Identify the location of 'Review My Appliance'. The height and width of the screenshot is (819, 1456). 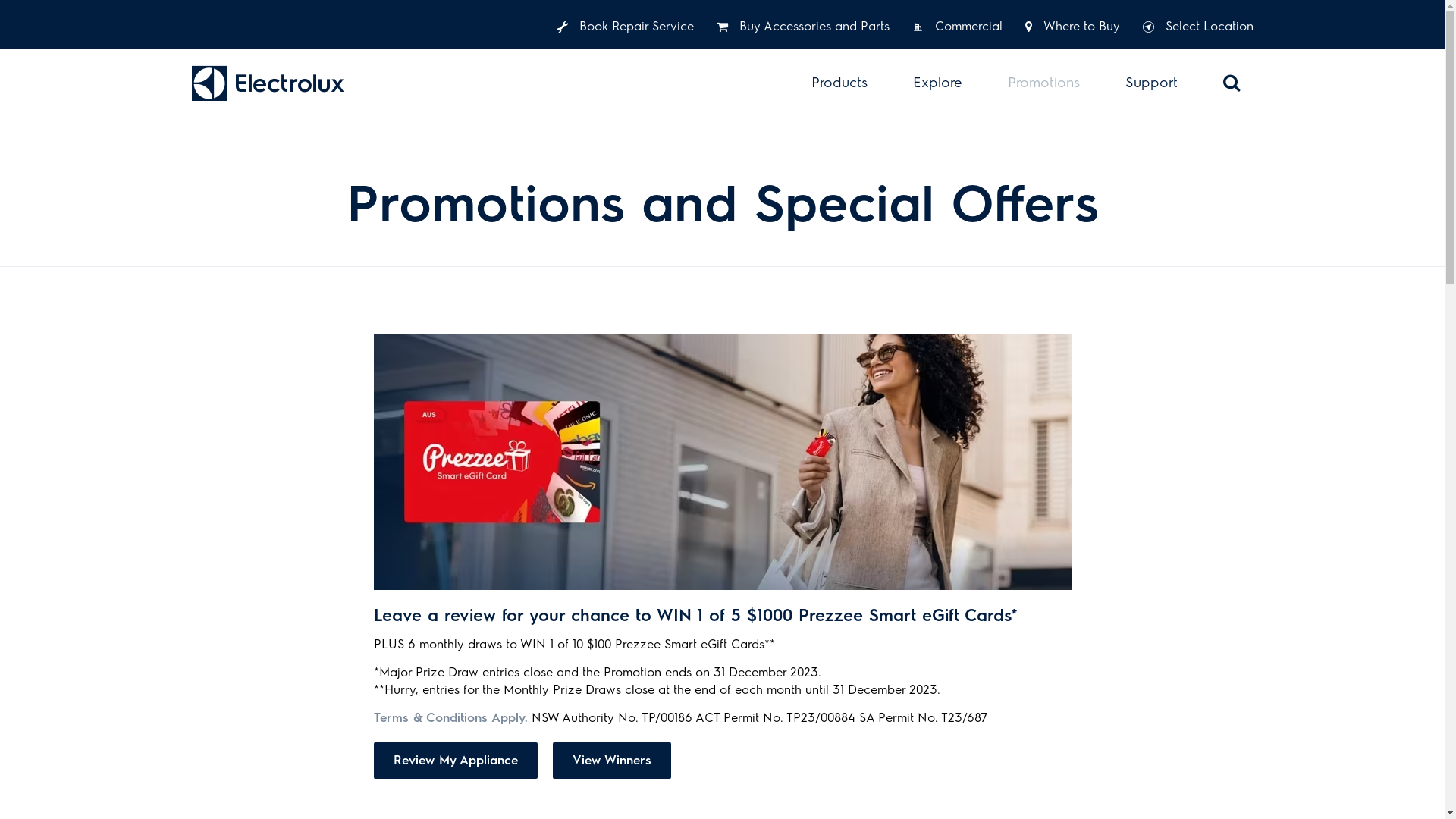
(372, 760).